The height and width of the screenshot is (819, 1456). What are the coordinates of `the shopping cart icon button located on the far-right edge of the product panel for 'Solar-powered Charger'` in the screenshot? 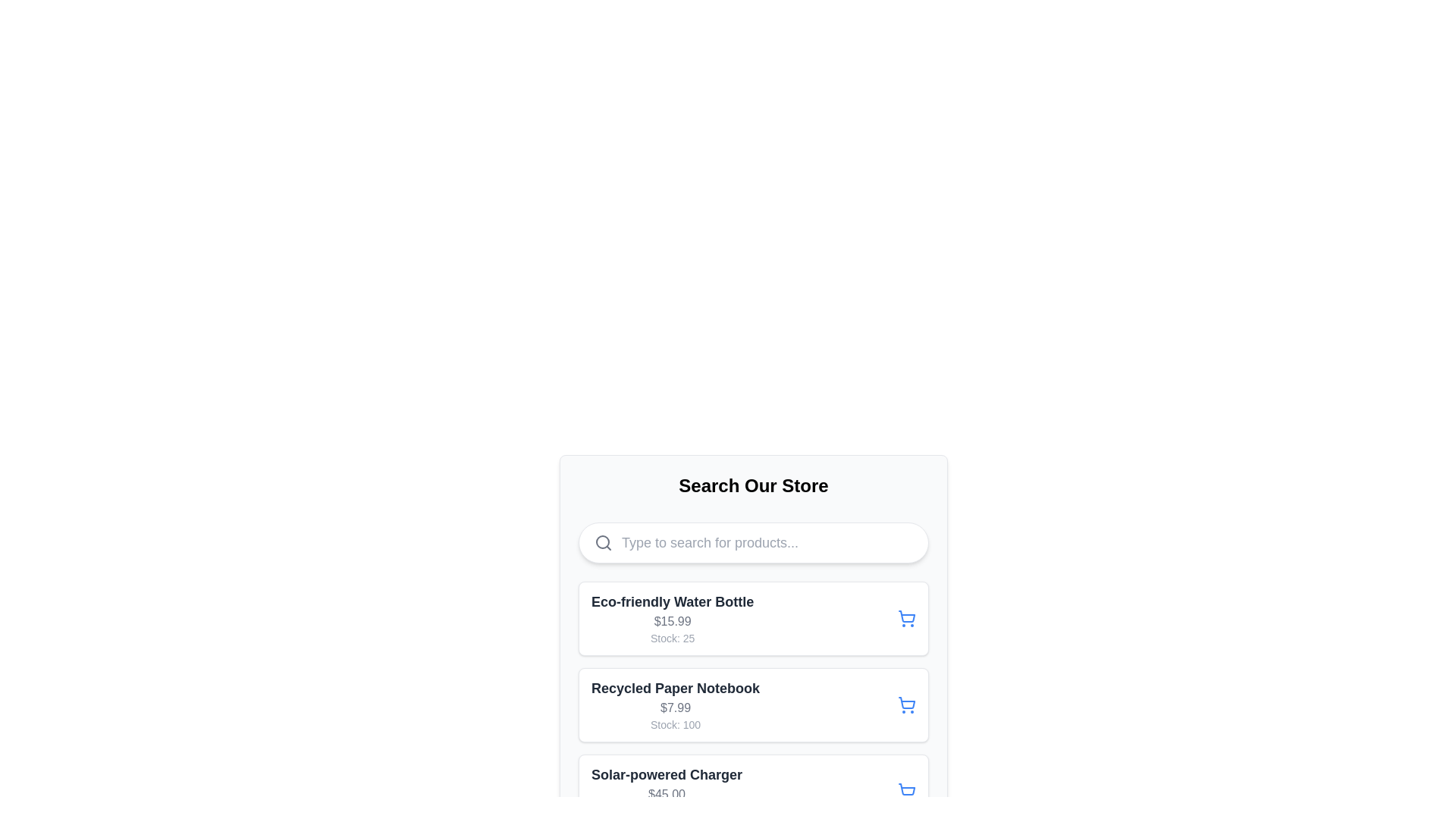 It's located at (906, 791).